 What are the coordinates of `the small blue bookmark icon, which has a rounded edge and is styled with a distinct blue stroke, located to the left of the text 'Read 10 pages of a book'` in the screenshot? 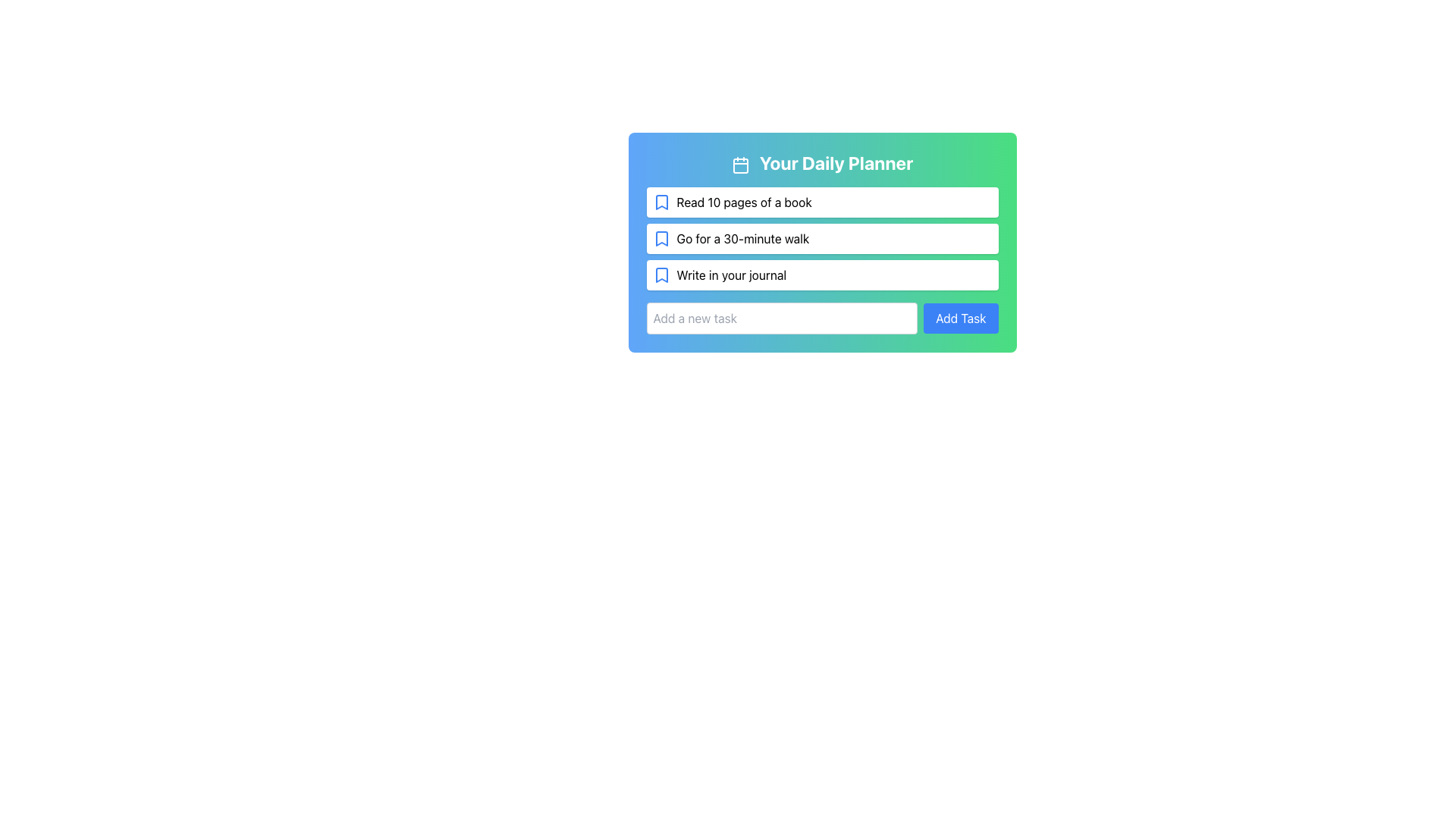 It's located at (661, 201).